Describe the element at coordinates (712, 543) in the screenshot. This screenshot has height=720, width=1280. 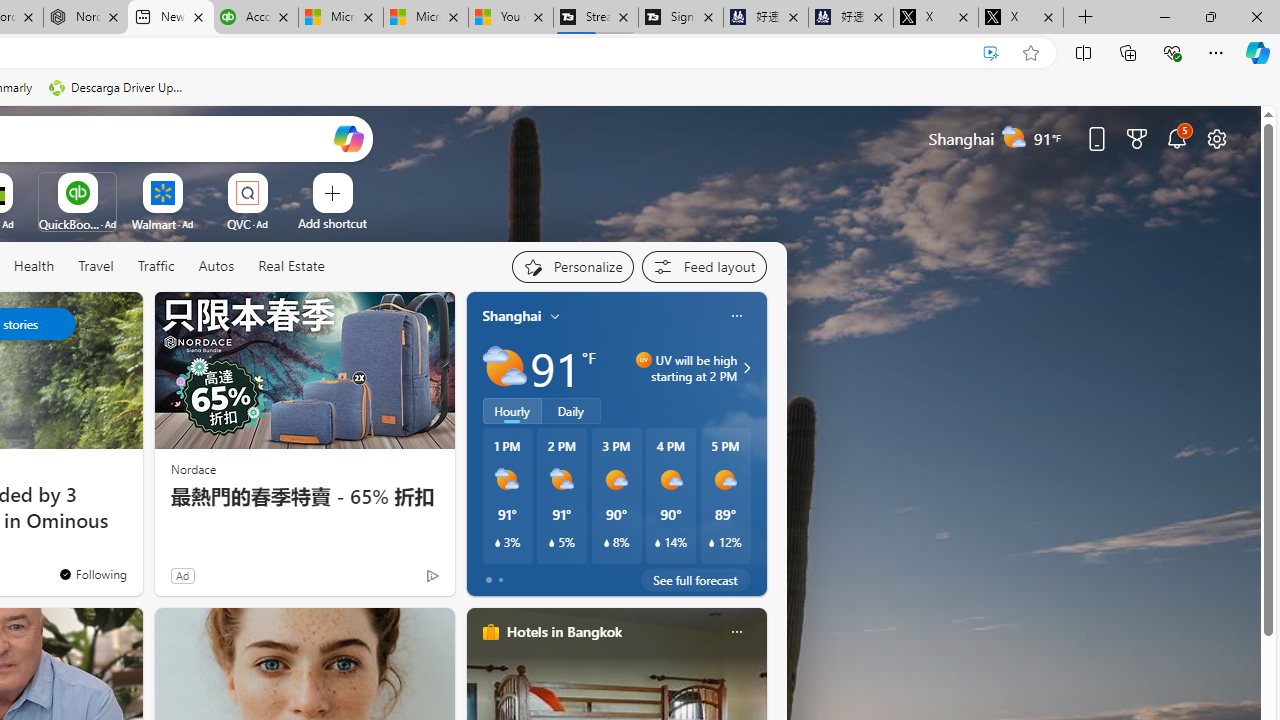
I see `'Class: weather-current-precipitation-glyph'` at that location.